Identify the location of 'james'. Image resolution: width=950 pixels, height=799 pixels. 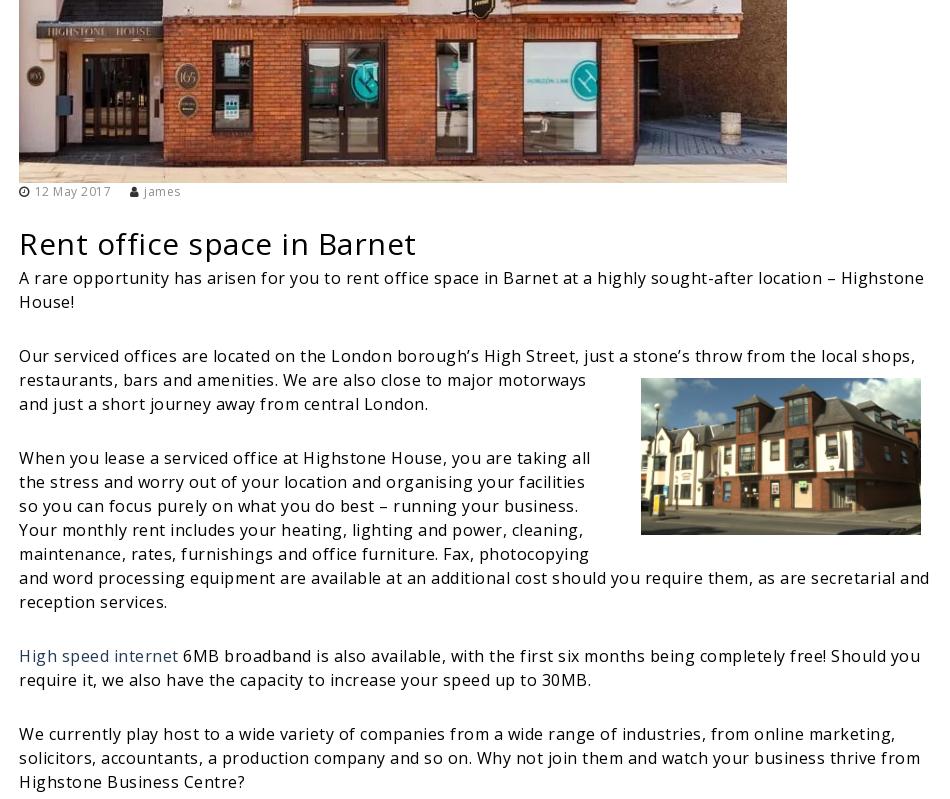
(161, 190).